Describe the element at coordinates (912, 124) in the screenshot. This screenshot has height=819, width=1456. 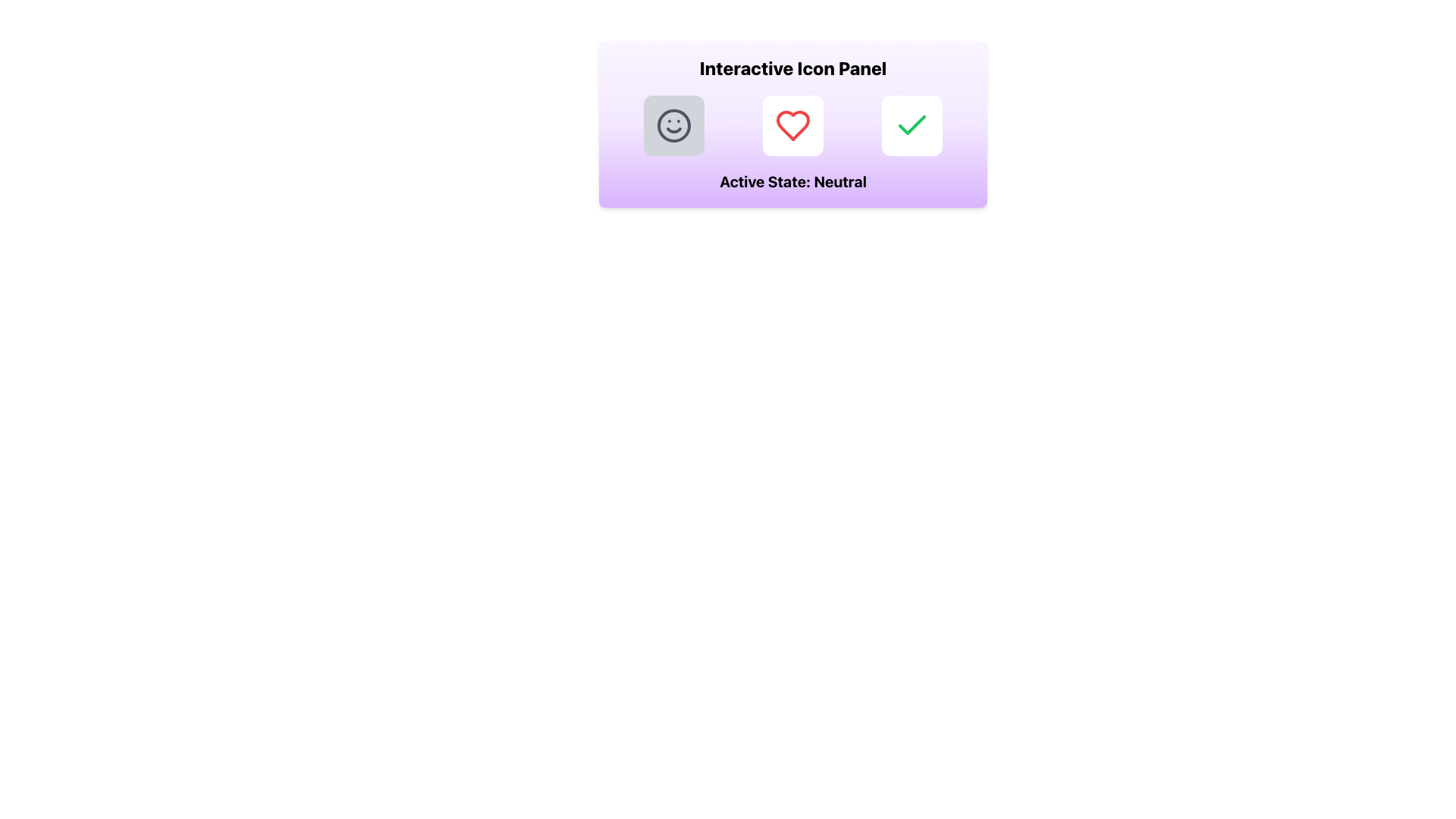
I see `the green checkmark icon in the third position of the 'Interactive Icon Panel'` at that location.